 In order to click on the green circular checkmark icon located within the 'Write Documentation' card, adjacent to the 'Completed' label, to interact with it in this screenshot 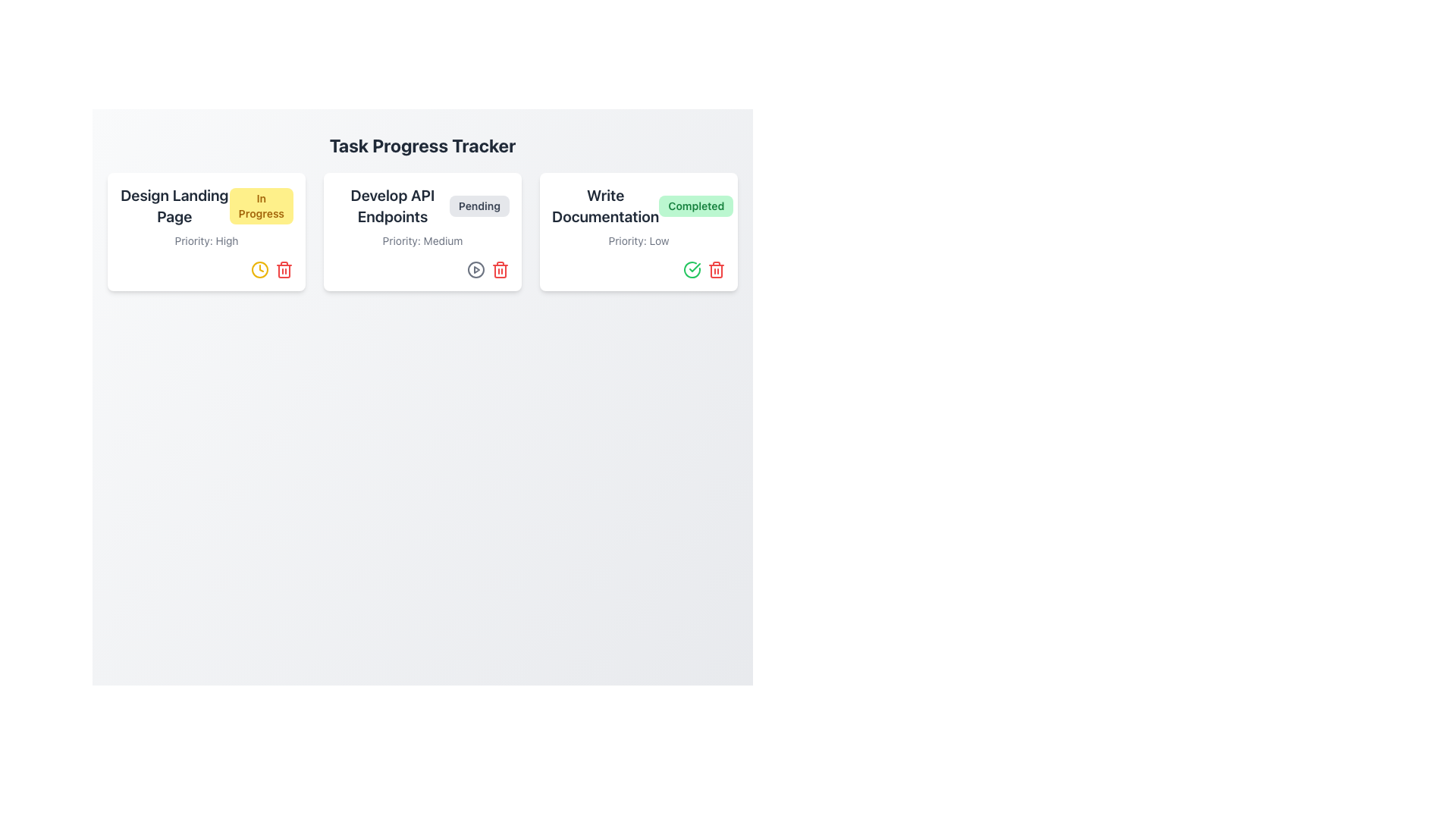, I will do `click(691, 268)`.